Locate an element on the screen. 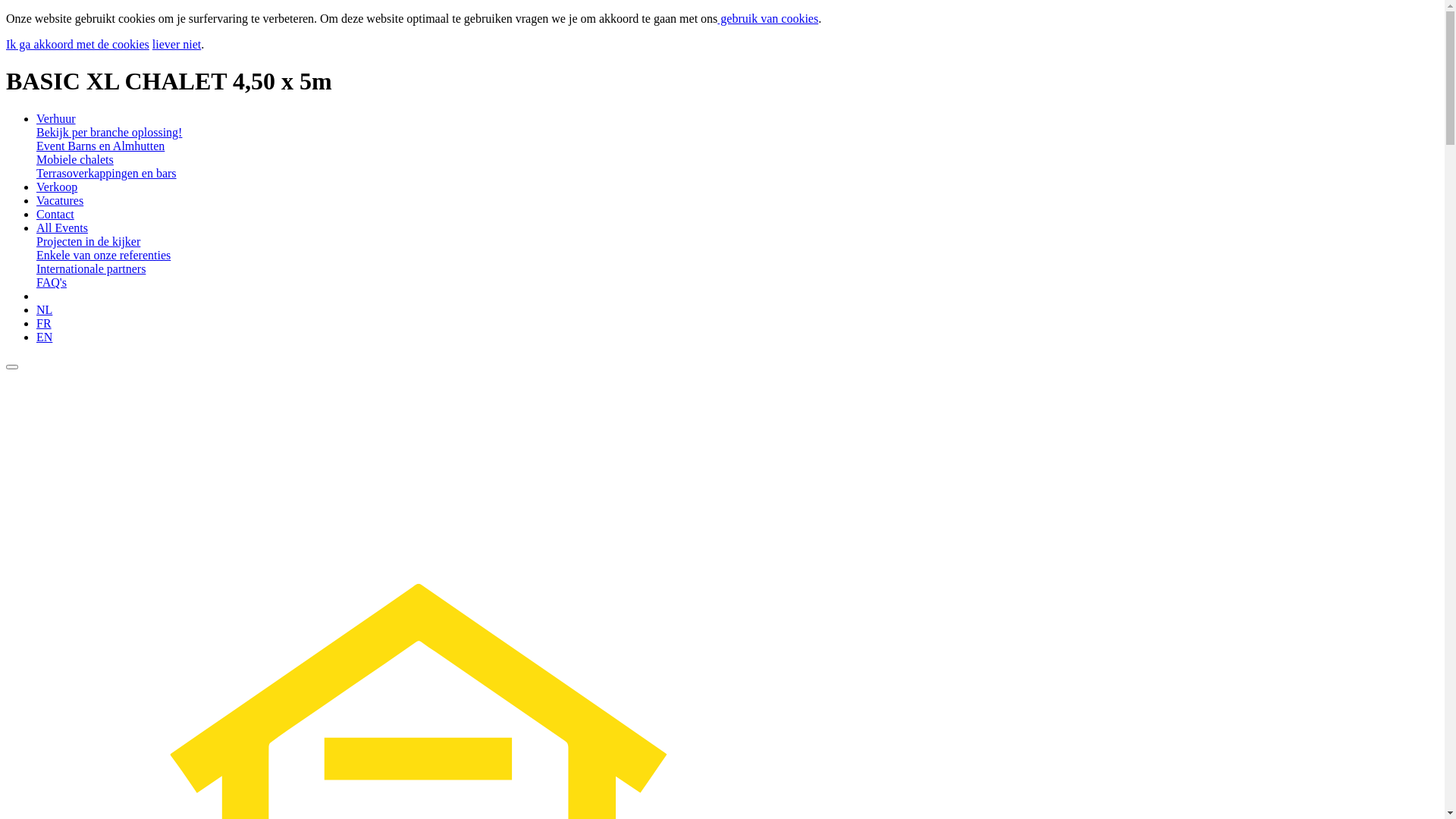 The image size is (1456, 819). 'Enkele van onze referenties' is located at coordinates (102, 254).